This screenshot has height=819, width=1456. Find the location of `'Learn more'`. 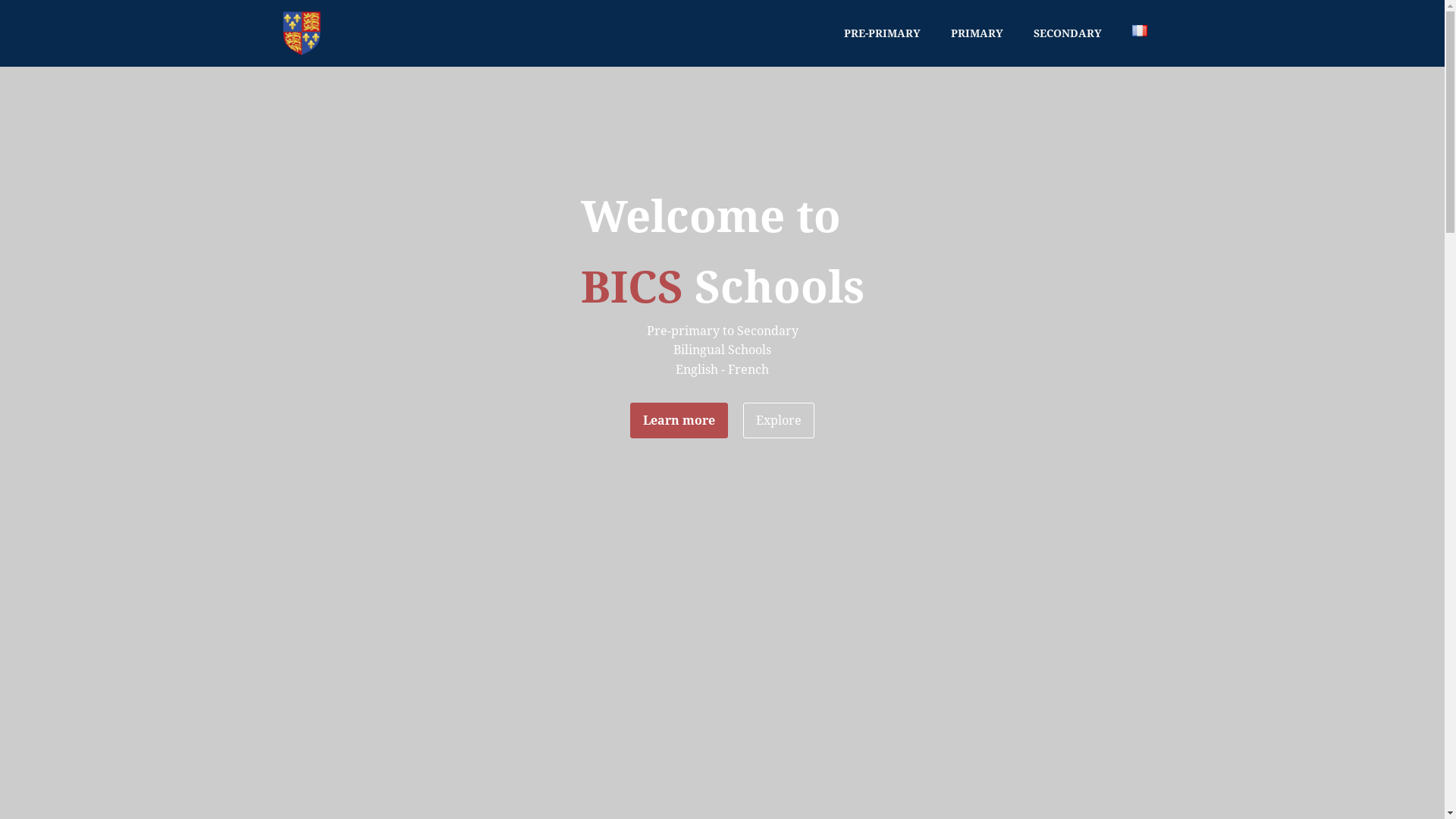

'Learn more' is located at coordinates (629, 421).